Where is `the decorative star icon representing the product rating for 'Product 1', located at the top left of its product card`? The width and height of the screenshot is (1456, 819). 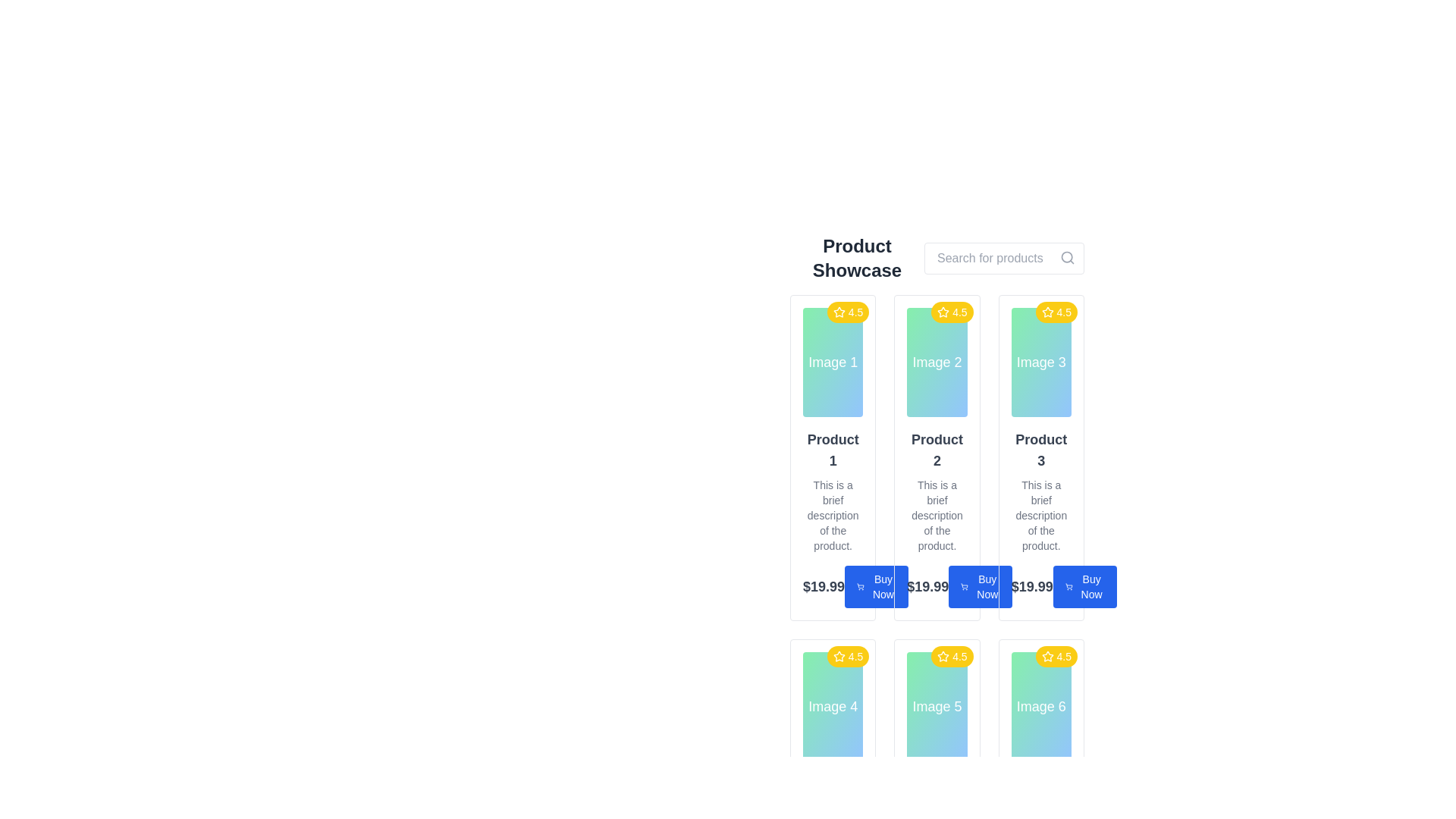
the decorative star icon representing the product rating for 'Product 1', located at the top left of its product card is located at coordinates (1046, 311).